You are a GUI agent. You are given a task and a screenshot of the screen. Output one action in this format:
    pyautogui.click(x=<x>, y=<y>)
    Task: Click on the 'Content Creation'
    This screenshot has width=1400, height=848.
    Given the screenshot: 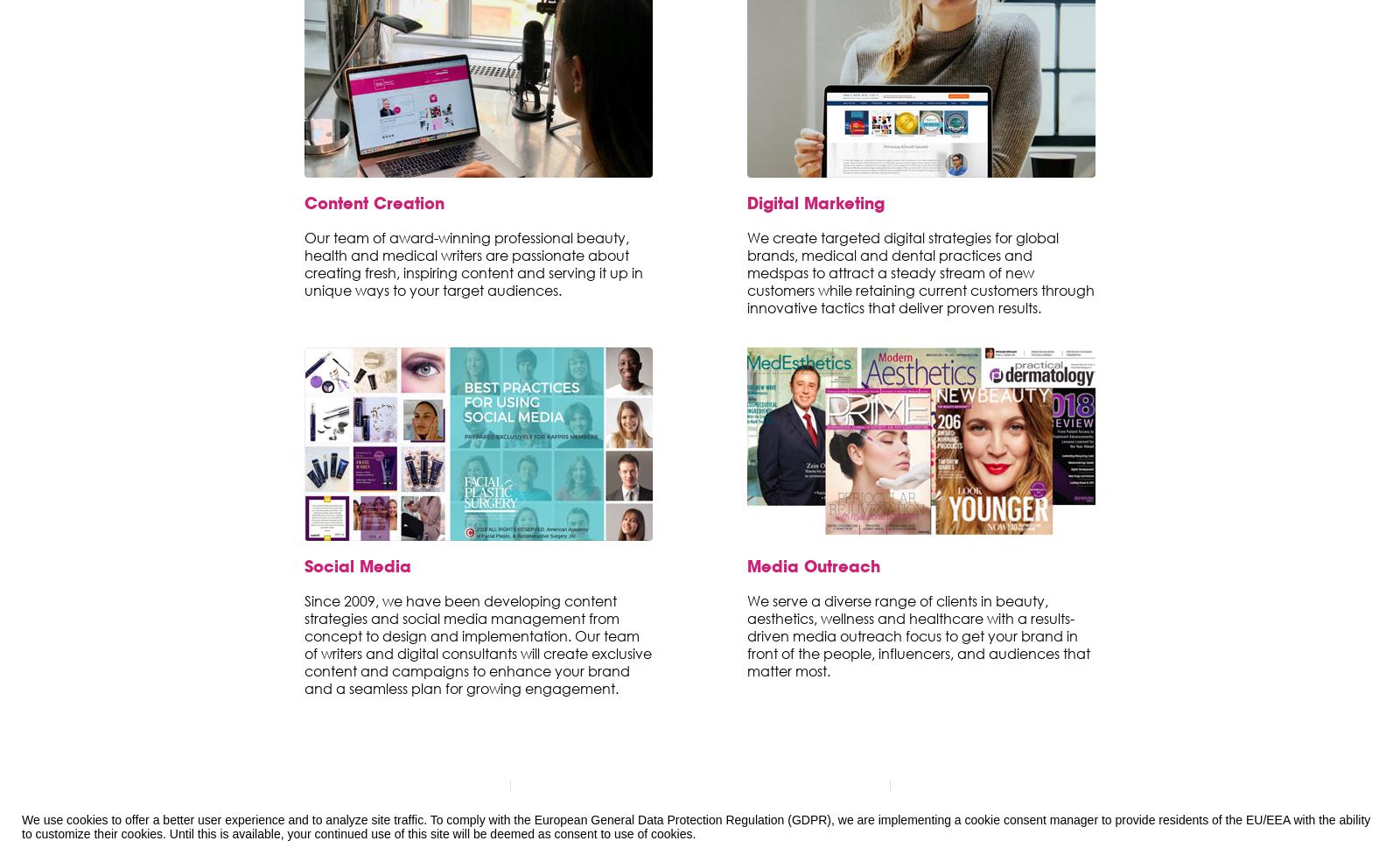 What is the action you would take?
    pyautogui.click(x=374, y=201)
    